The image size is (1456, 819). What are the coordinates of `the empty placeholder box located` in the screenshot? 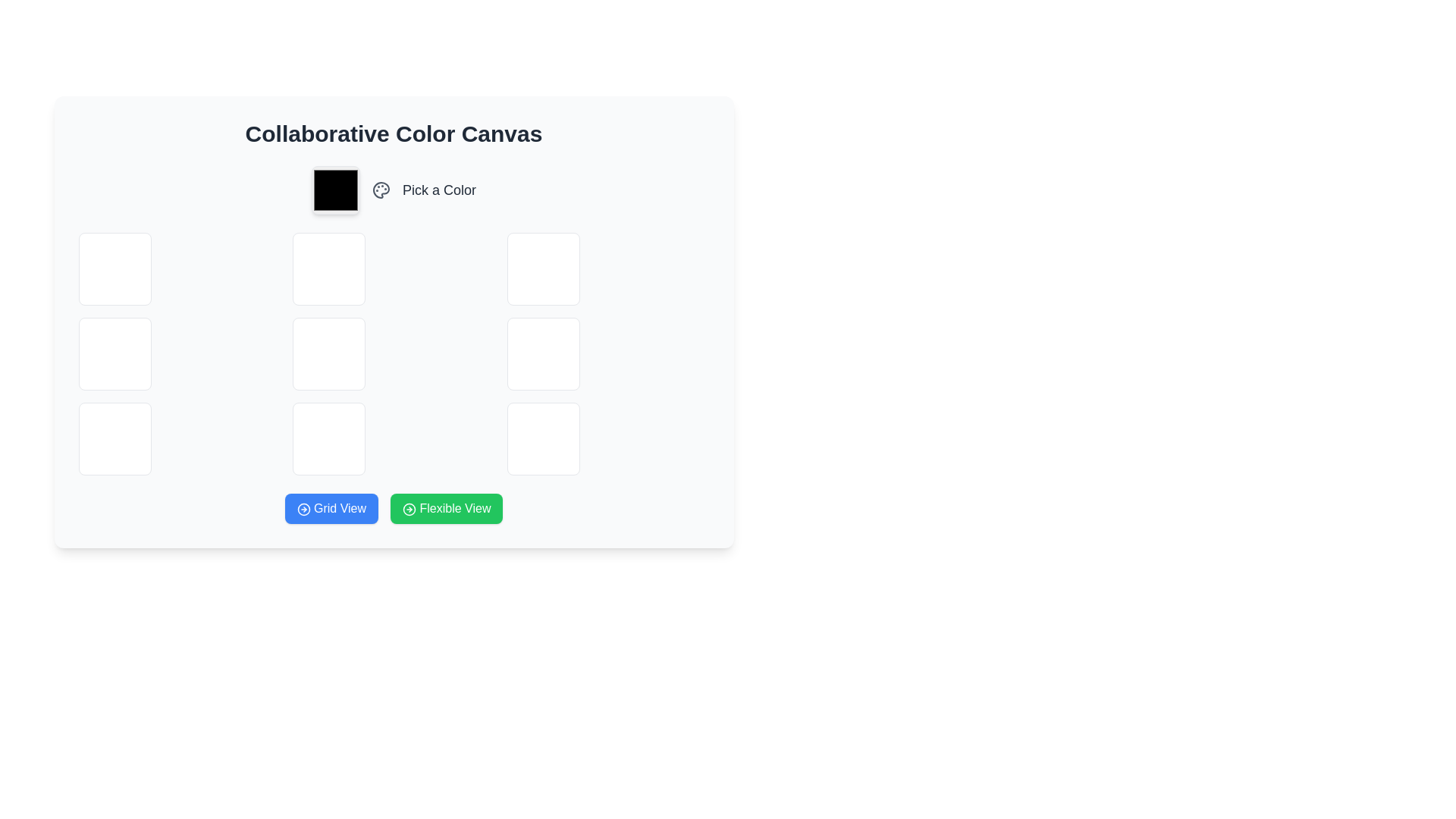 It's located at (328, 353).